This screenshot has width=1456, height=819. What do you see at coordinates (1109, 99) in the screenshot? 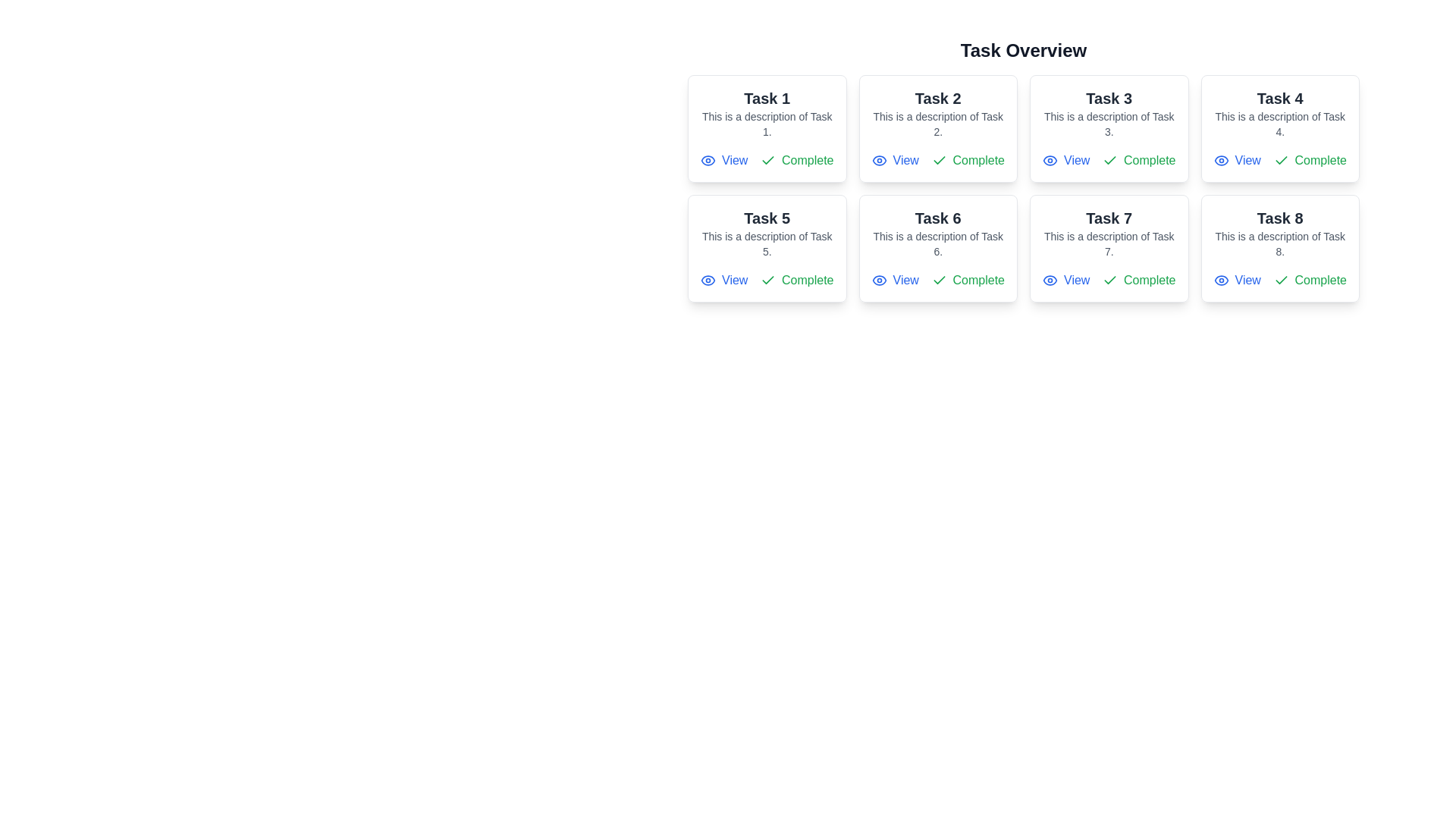
I see `the text element displaying 'Task 3', which is prominently positioned at the top center of the card for Task 3` at bounding box center [1109, 99].